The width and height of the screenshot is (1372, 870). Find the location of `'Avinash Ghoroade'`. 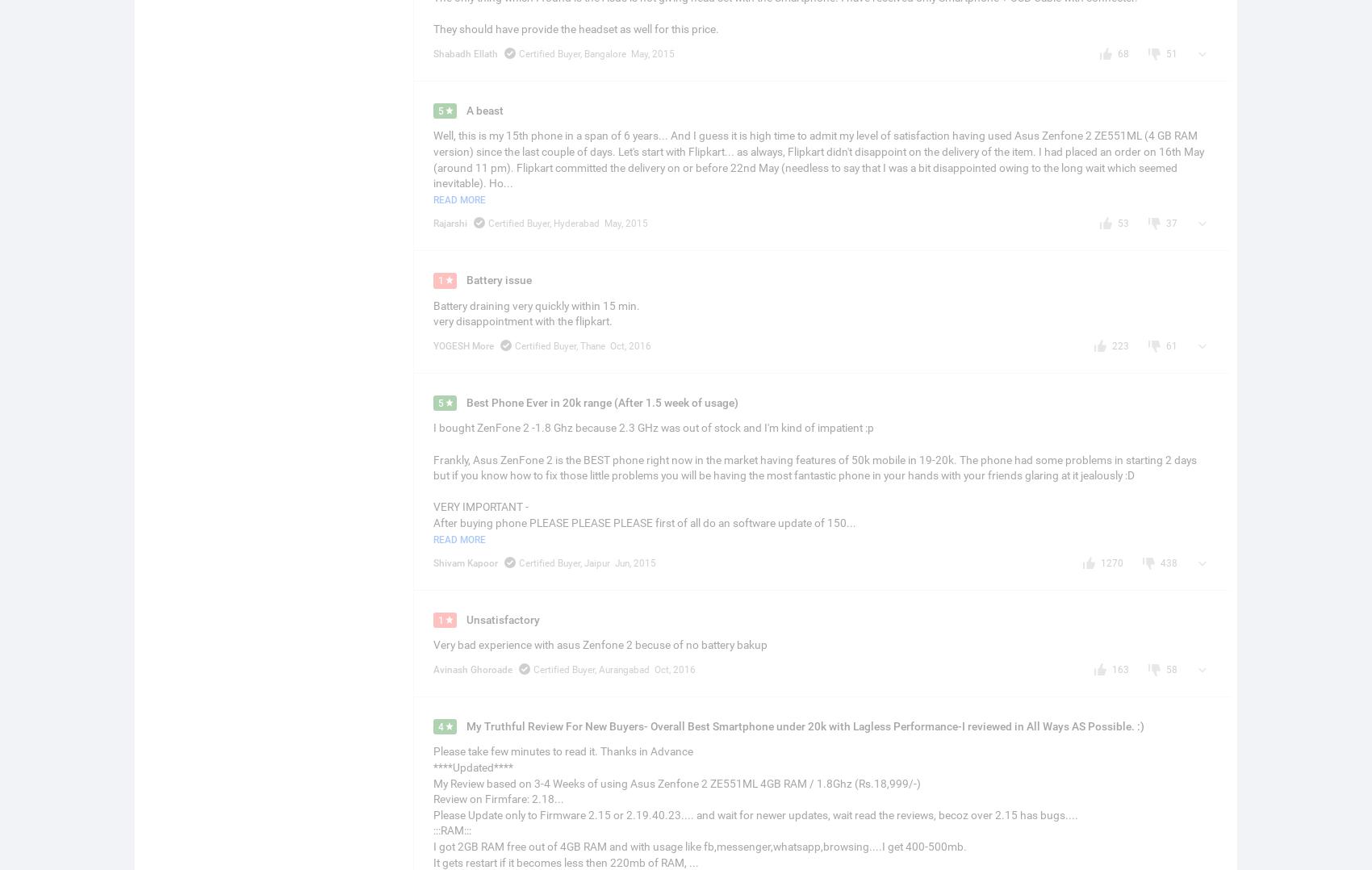

'Avinash Ghoroade' is located at coordinates (471, 669).